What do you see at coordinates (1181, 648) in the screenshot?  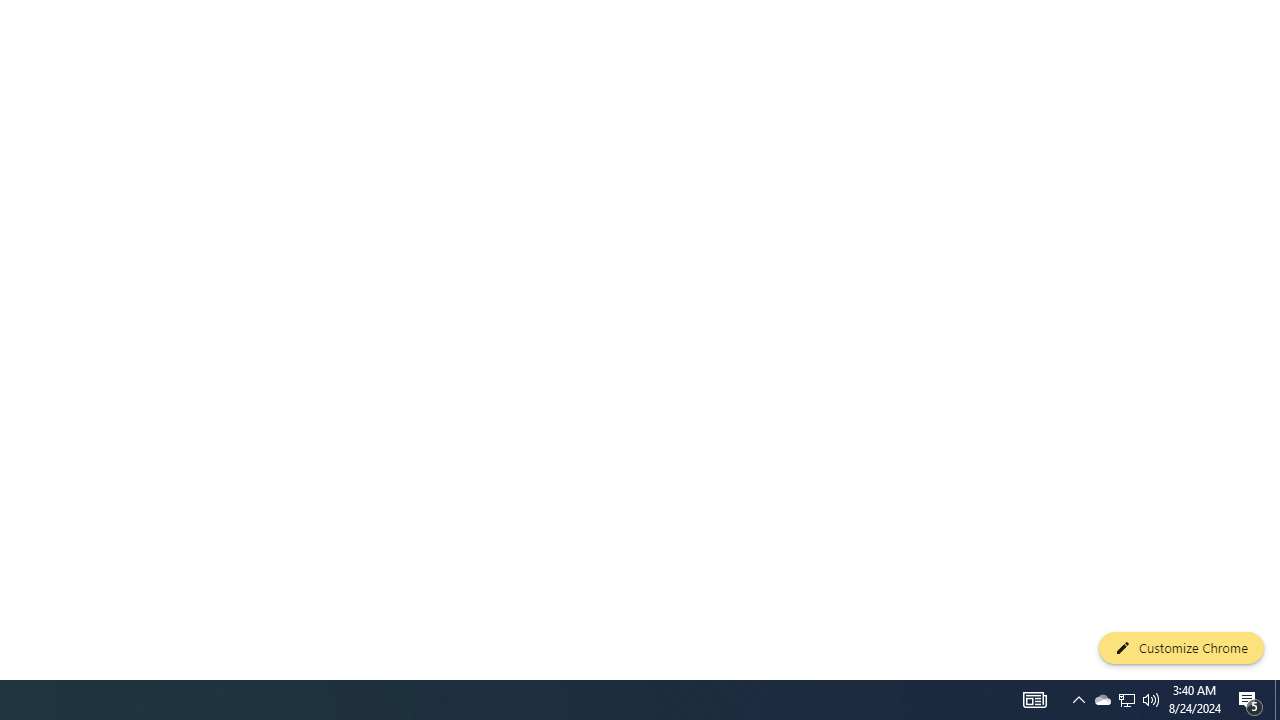 I see `'Customize Chrome'` at bounding box center [1181, 648].